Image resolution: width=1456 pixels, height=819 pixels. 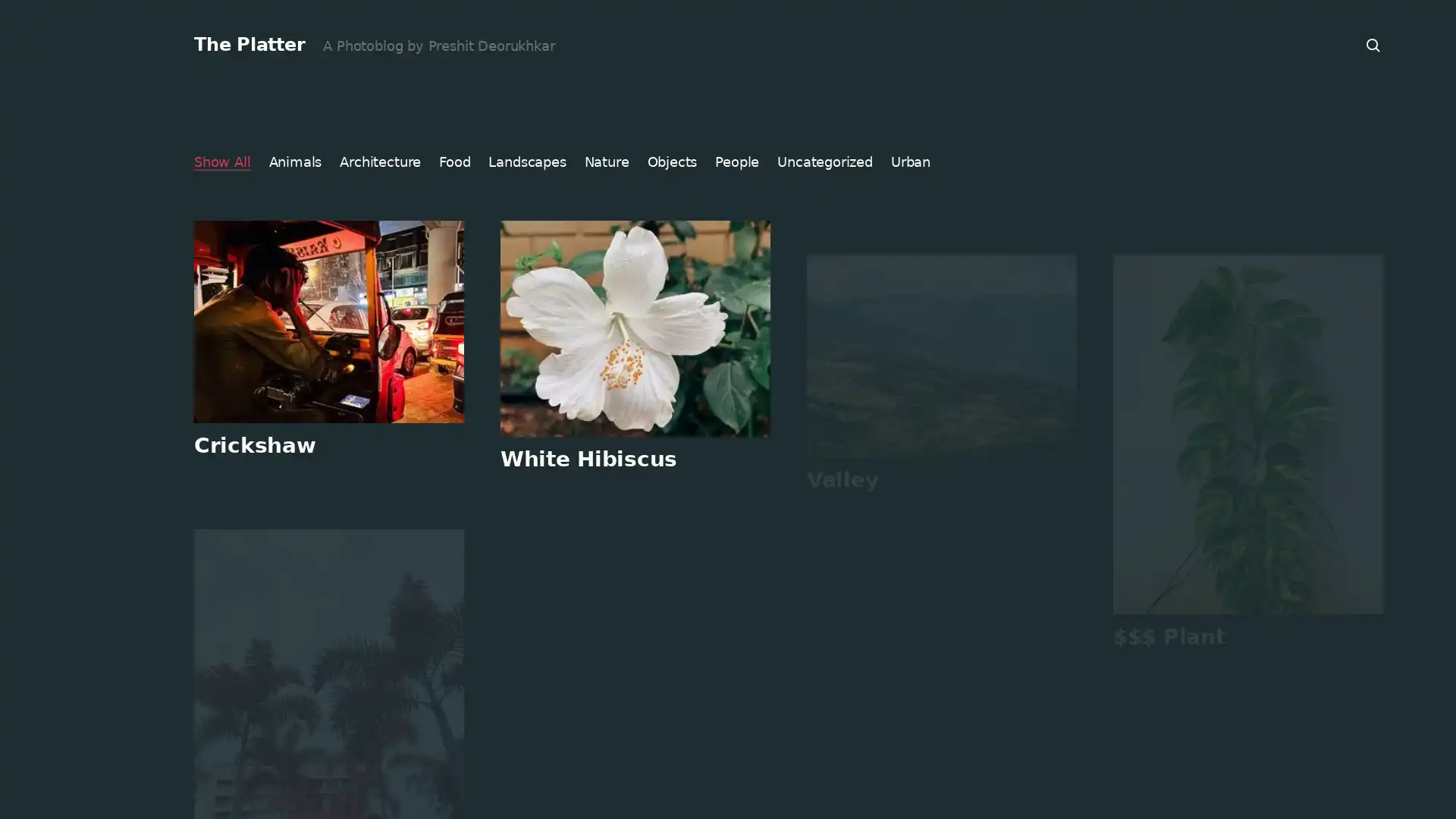 What do you see at coordinates (1373, 45) in the screenshot?
I see `Search` at bounding box center [1373, 45].